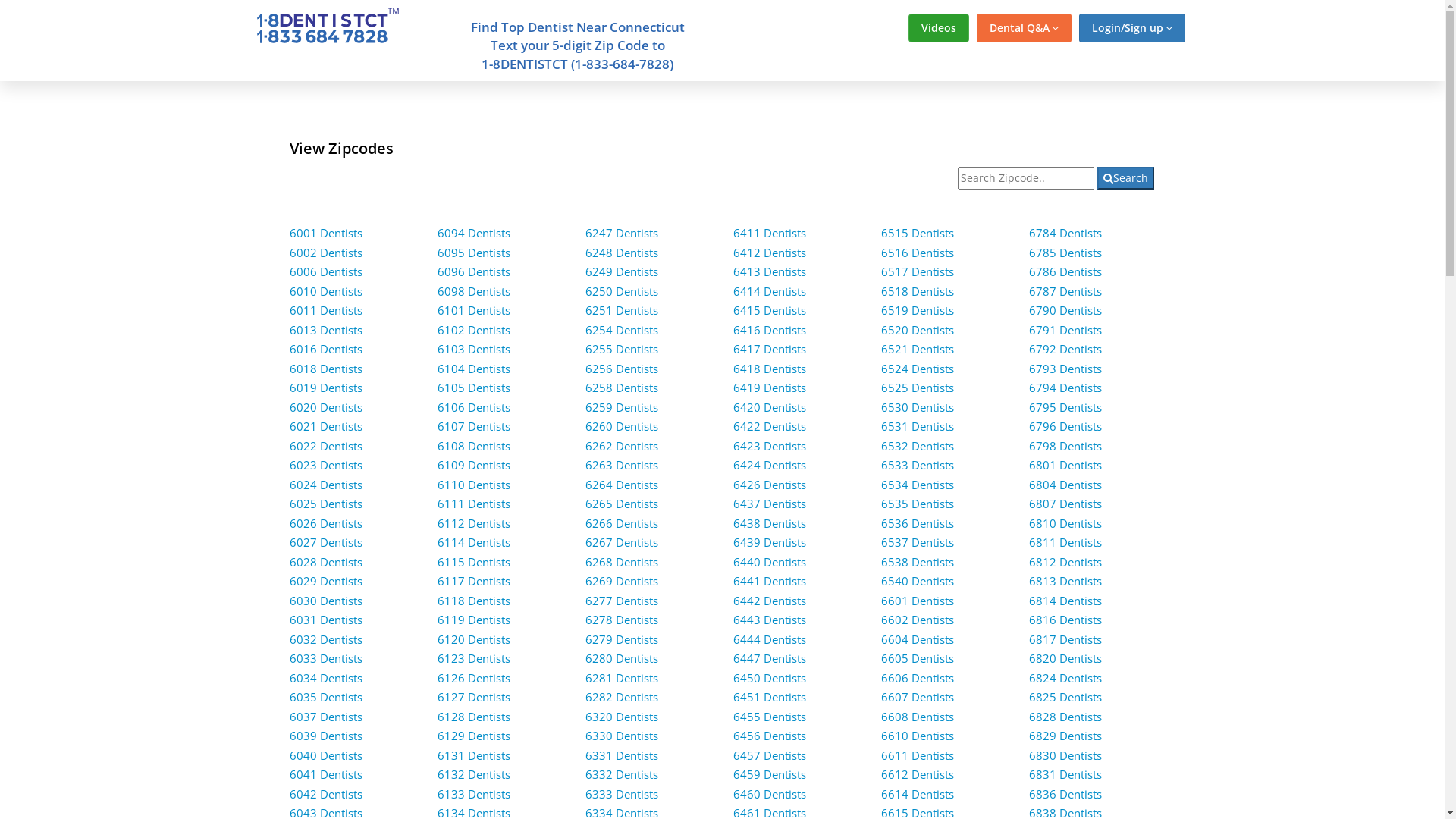 The image size is (1456, 819). I want to click on '6538 Dentists', so click(916, 561).